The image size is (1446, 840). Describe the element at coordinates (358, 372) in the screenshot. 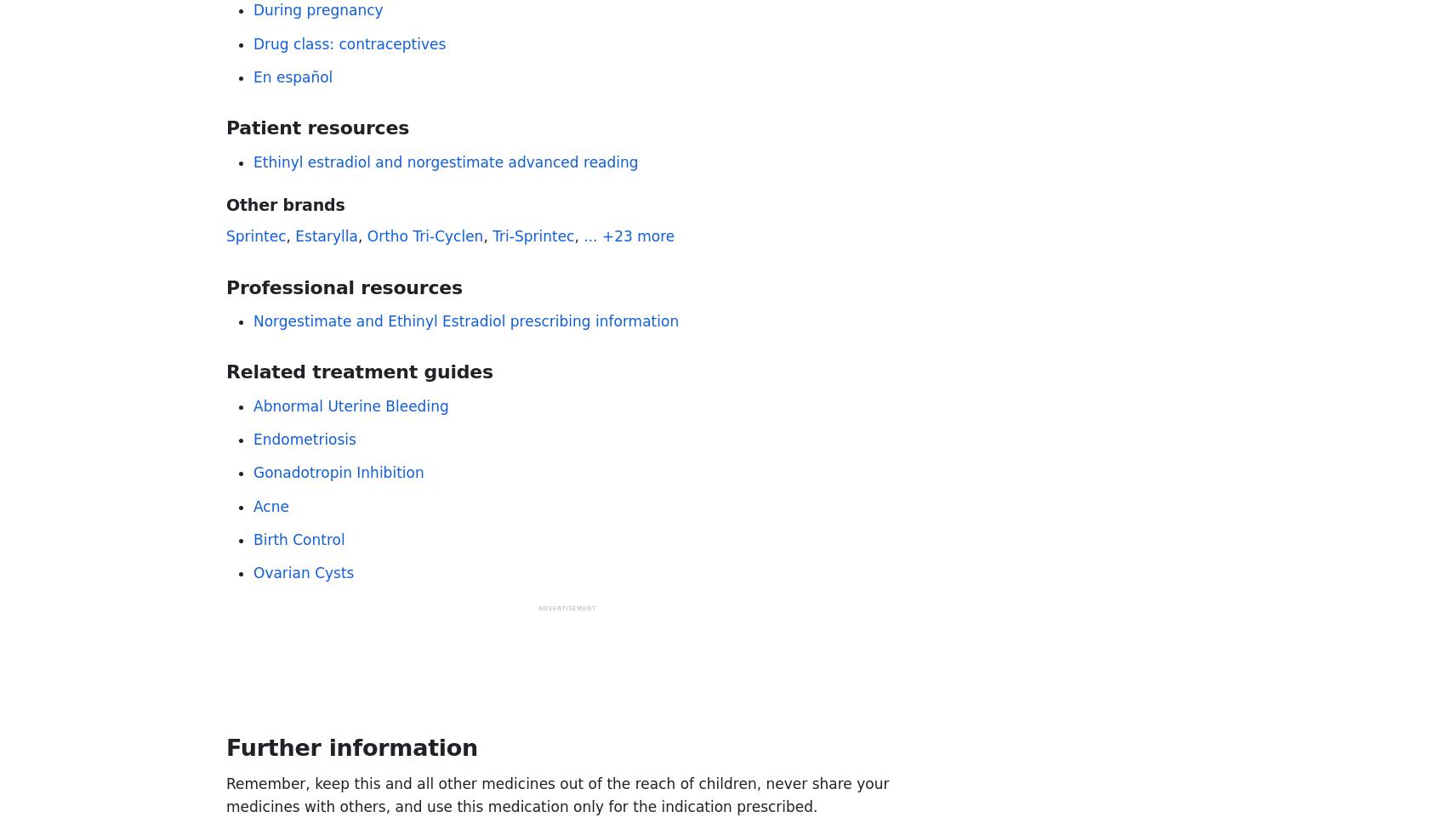

I see `'Related treatment guides'` at that location.